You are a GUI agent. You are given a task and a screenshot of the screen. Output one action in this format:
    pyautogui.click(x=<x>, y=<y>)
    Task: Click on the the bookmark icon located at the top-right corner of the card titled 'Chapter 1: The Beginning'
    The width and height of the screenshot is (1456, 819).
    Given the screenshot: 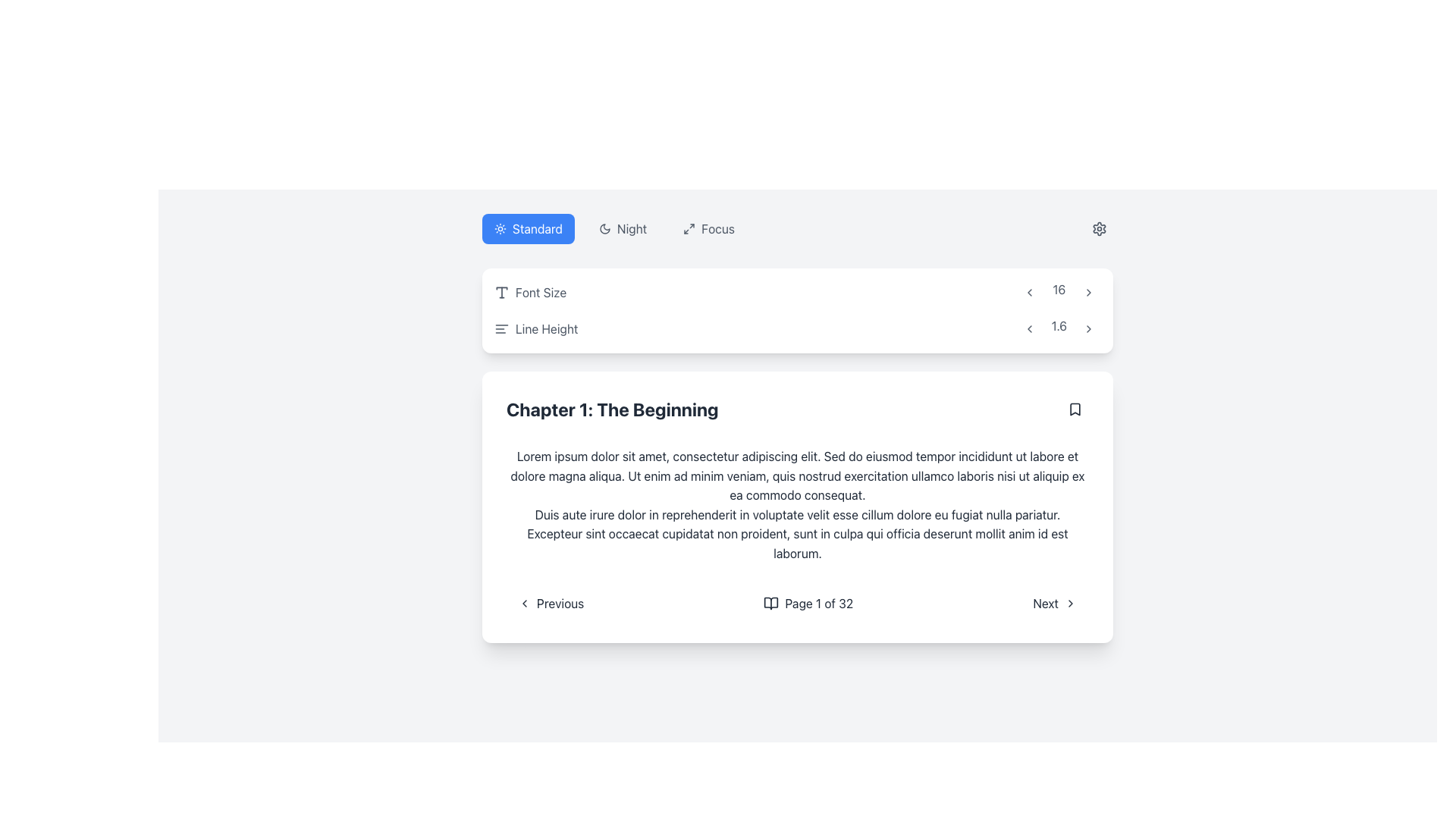 What is the action you would take?
    pyautogui.click(x=1074, y=409)
    